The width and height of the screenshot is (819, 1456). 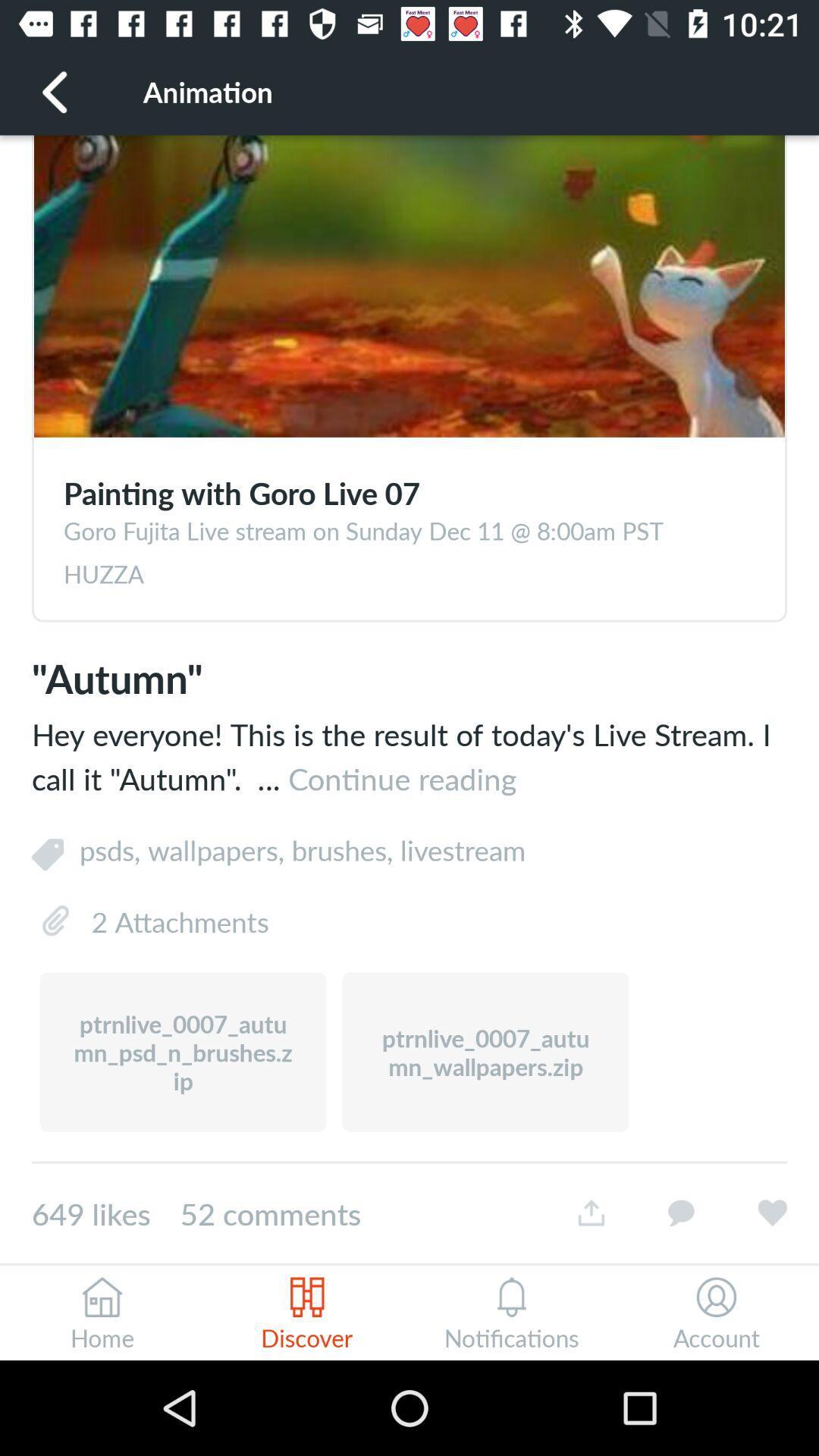 I want to click on icon next to animation, so click(x=55, y=90).